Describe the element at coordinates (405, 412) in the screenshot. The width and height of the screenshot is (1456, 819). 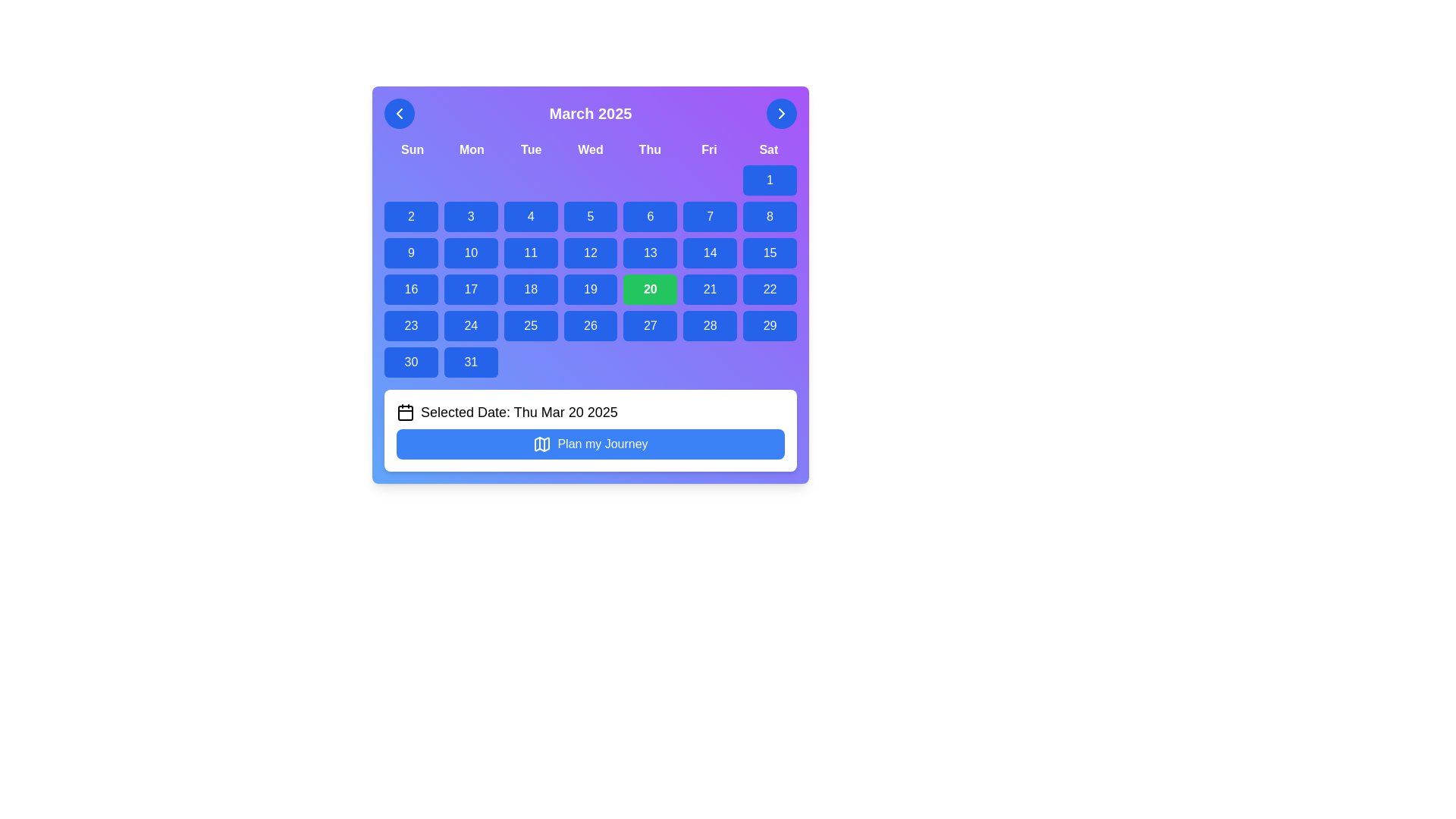
I see `the calendar icon located at the start of the sentence 'Selected Date: Thu Mar 20 2025', which has a black outline and matches the font size of nearby text` at that location.